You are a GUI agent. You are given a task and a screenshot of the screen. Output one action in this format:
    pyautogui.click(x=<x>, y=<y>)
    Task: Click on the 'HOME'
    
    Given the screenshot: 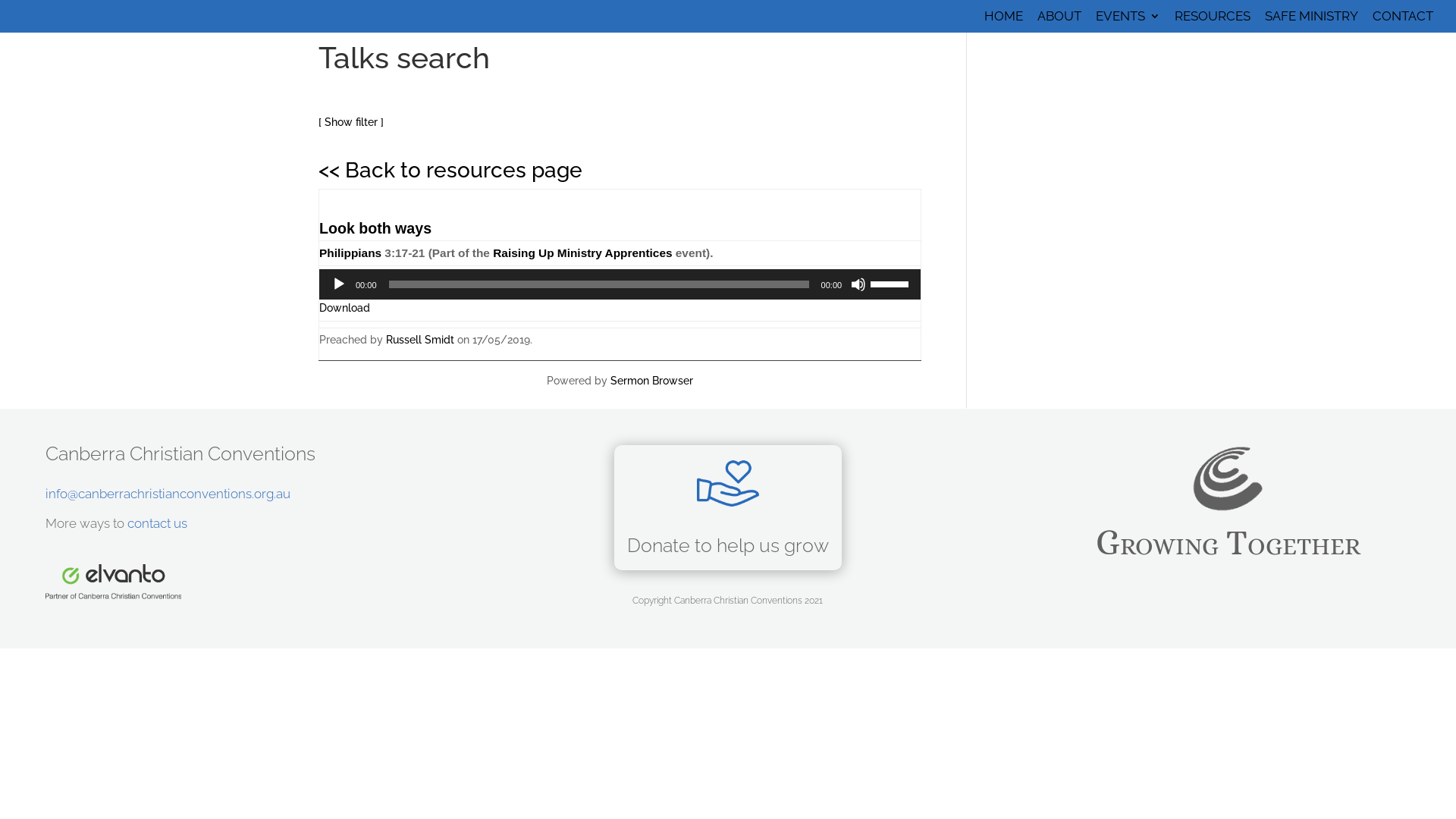 What is the action you would take?
    pyautogui.click(x=1003, y=20)
    